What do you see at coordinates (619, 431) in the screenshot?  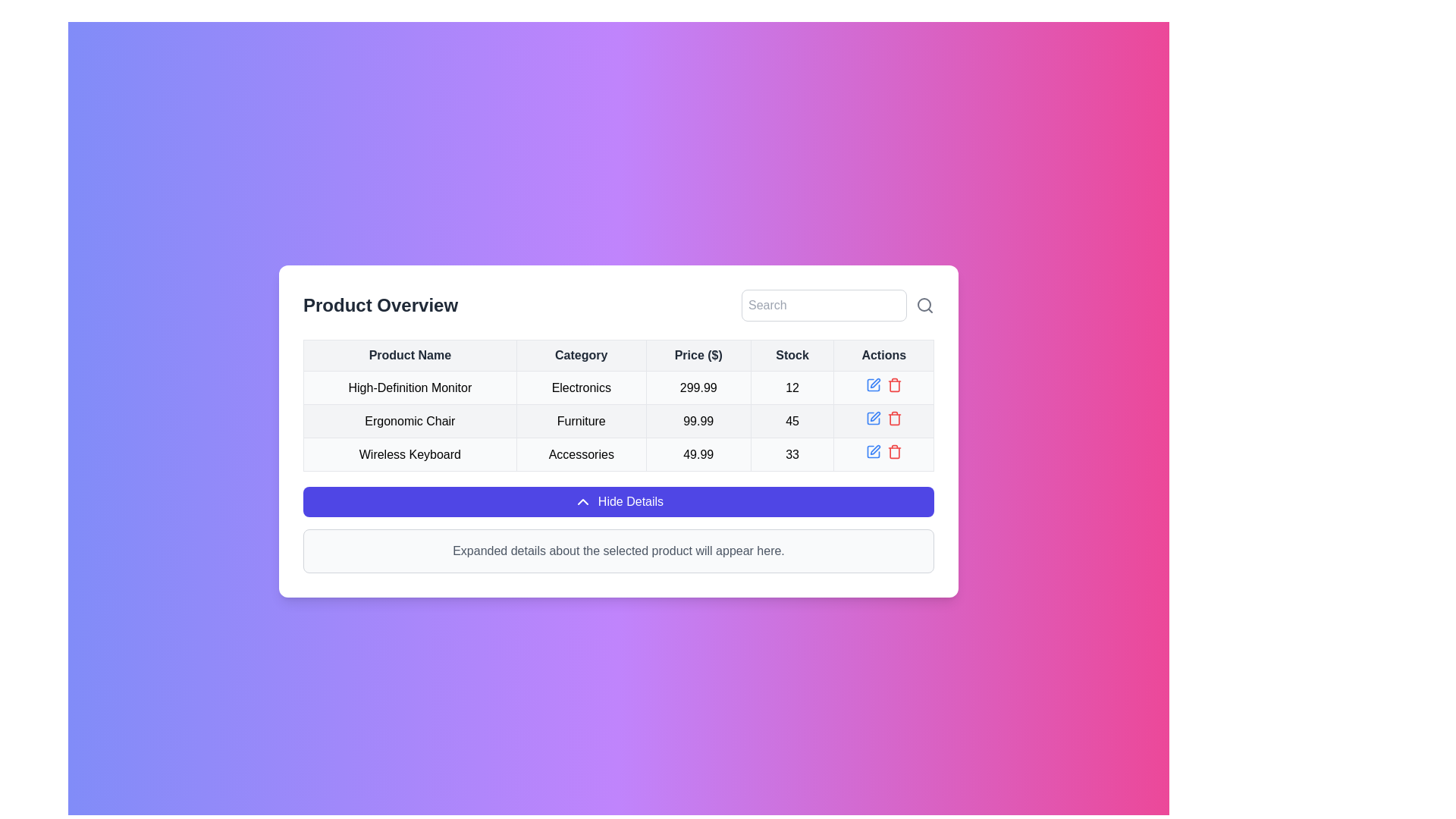 I see `the table cell displaying the category 'Furniture' for the product 'Ergonomic Chair' located in the second row under the 'Category' column` at bounding box center [619, 431].